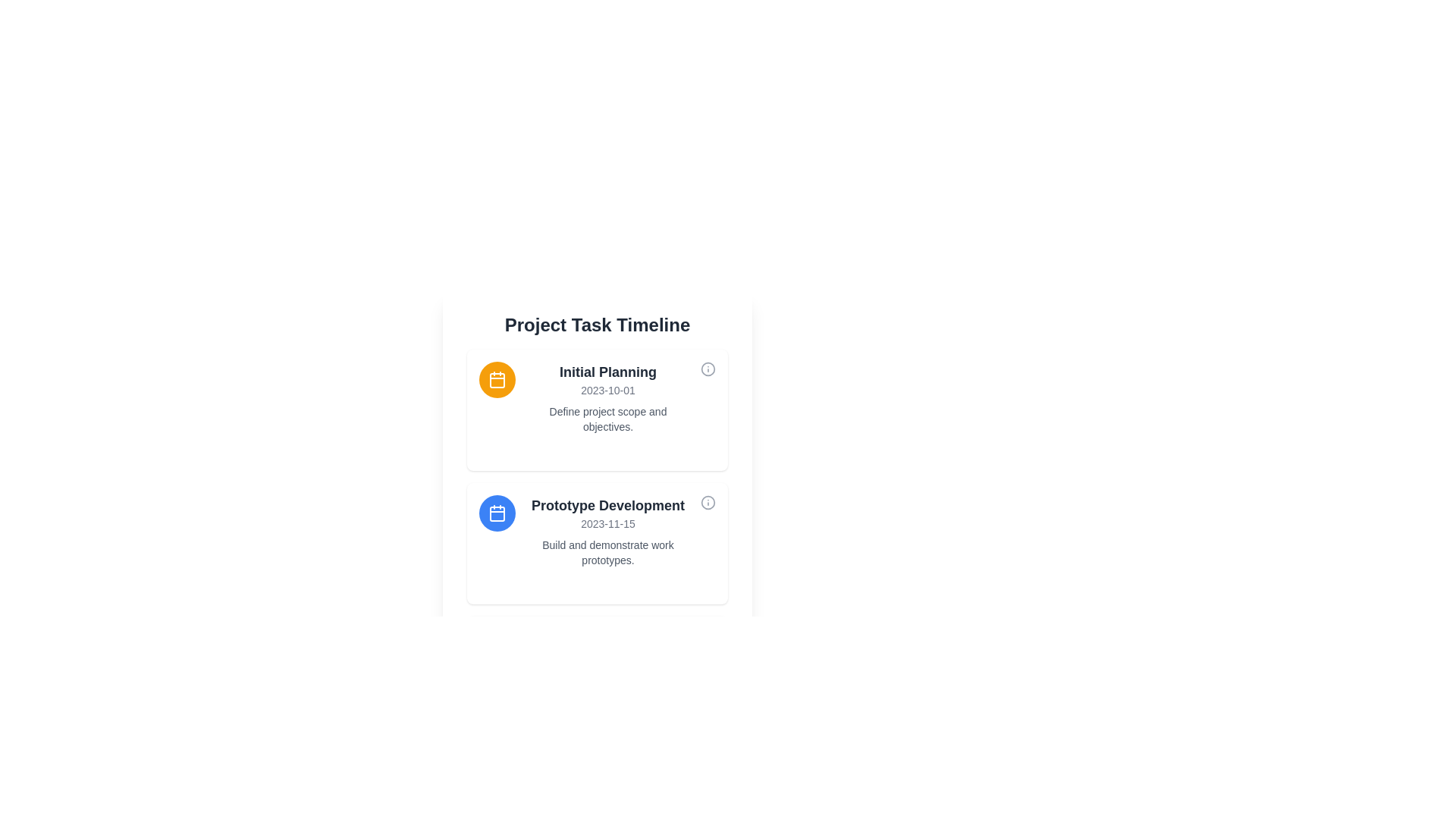 This screenshot has height=819, width=1456. I want to click on the 'Initial Planning' task icon located at the top-left corner of its task card, which serves as a visual identifier for scheduling, so click(497, 379).